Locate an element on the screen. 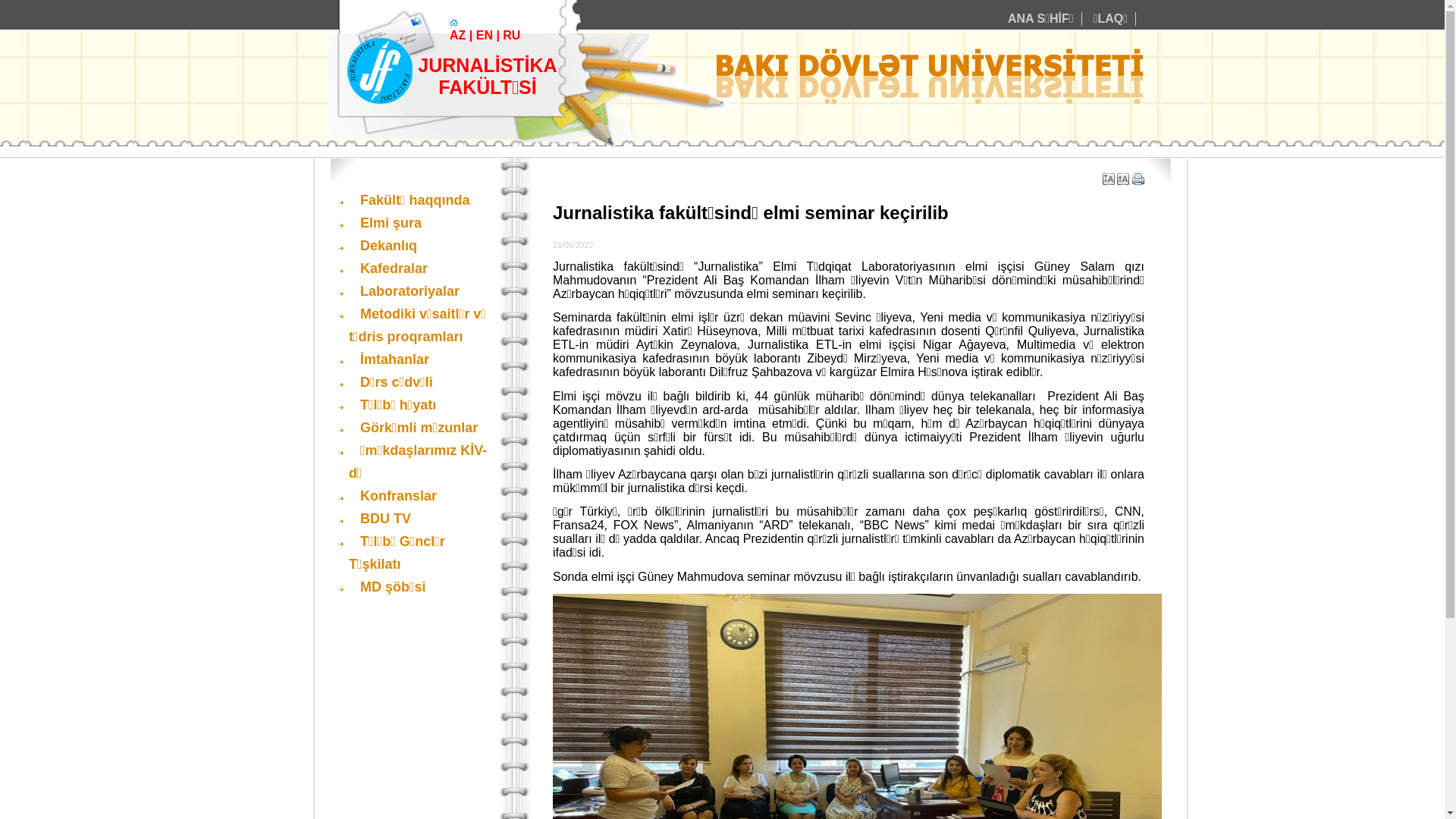 The image size is (1456, 819). 'AZ' is located at coordinates (449, 34).